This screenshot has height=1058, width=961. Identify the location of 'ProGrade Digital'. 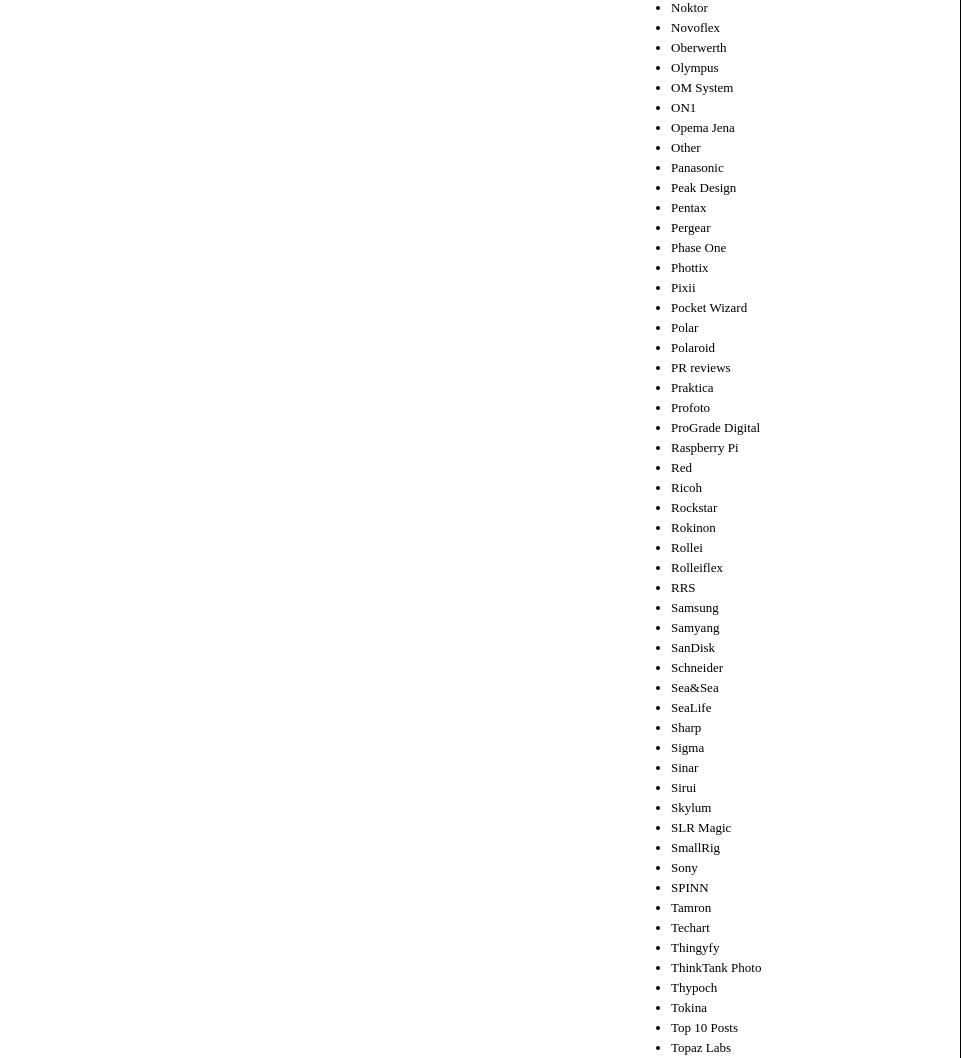
(715, 426).